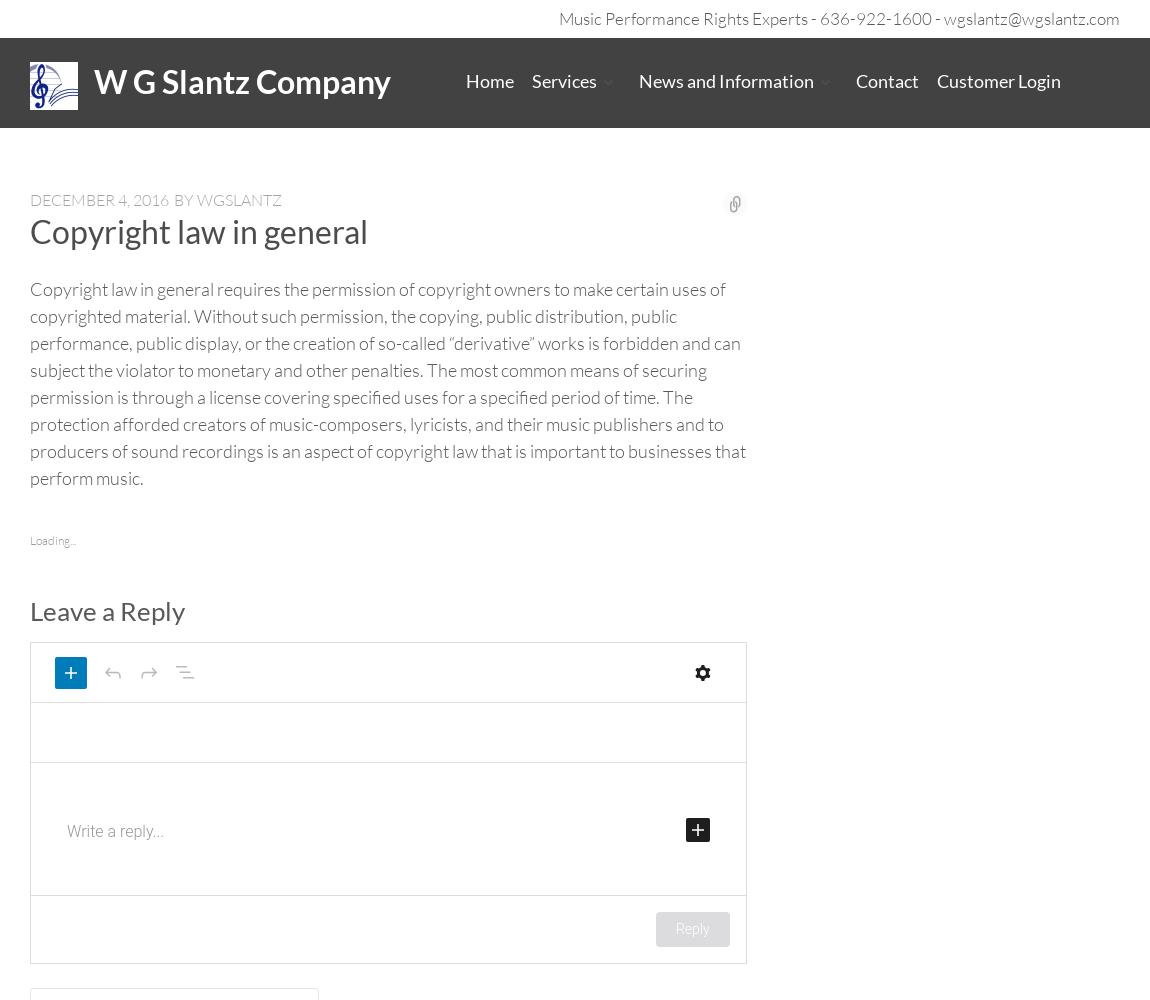  Describe the element at coordinates (52, 539) in the screenshot. I see `'Loading...'` at that location.